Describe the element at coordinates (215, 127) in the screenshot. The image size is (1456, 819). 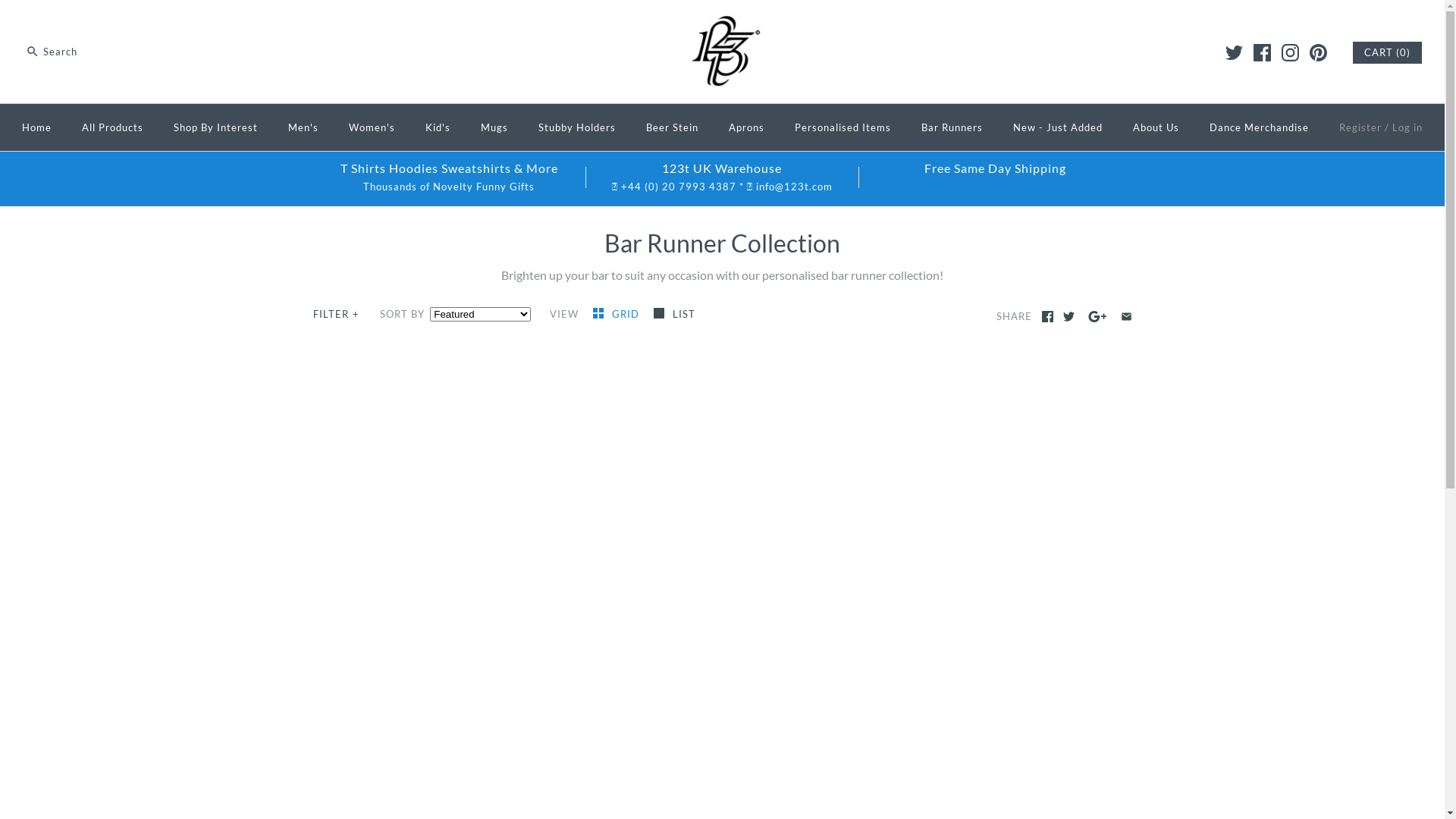
I see `'Shop By Interest'` at that location.